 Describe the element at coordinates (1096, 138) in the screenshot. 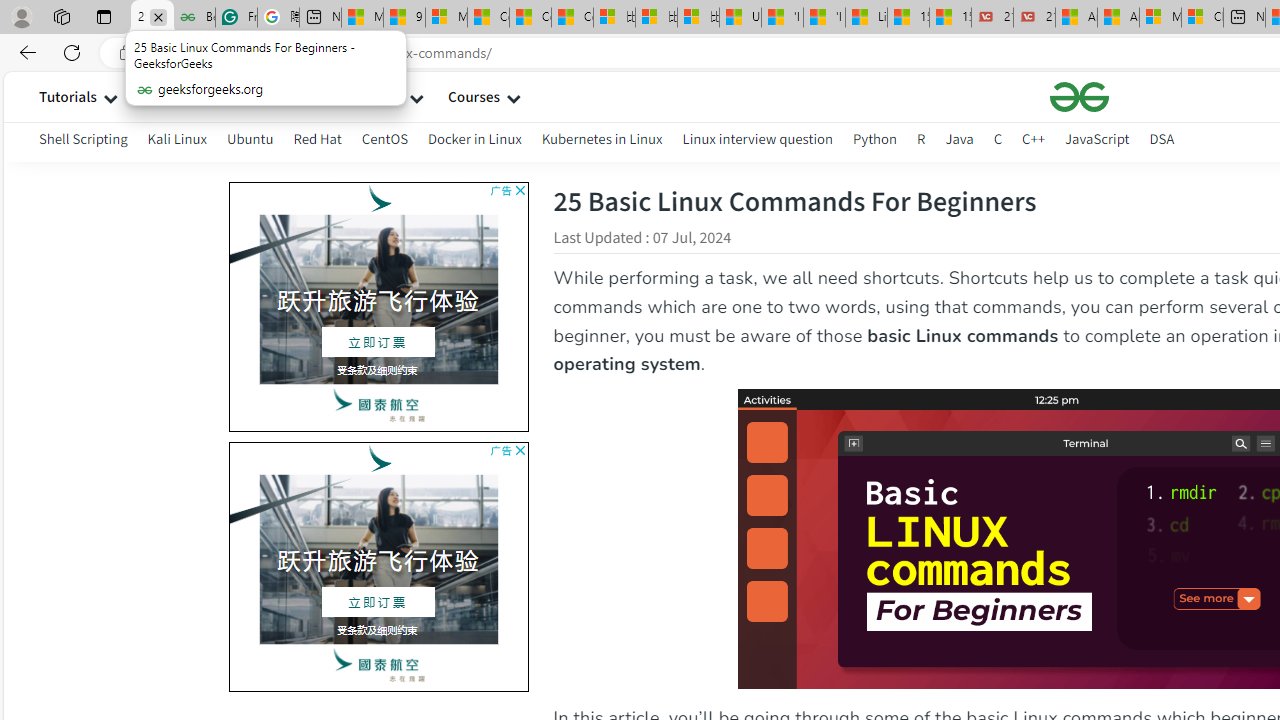

I see `'JavaScript'` at that location.